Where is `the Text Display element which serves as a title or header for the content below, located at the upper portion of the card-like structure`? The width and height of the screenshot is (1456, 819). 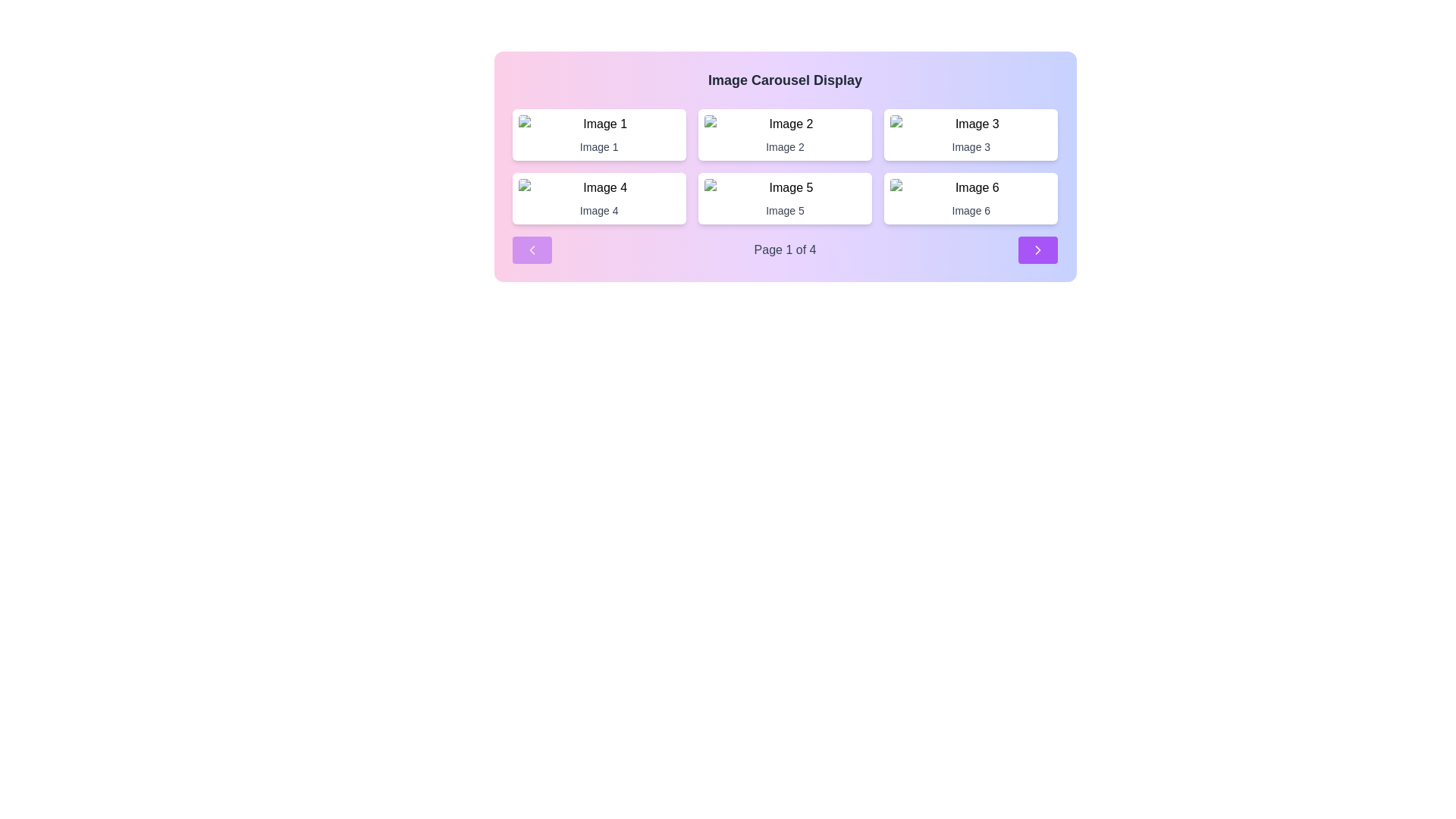 the Text Display element which serves as a title or header for the content below, located at the upper portion of the card-like structure is located at coordinates (785, 80).